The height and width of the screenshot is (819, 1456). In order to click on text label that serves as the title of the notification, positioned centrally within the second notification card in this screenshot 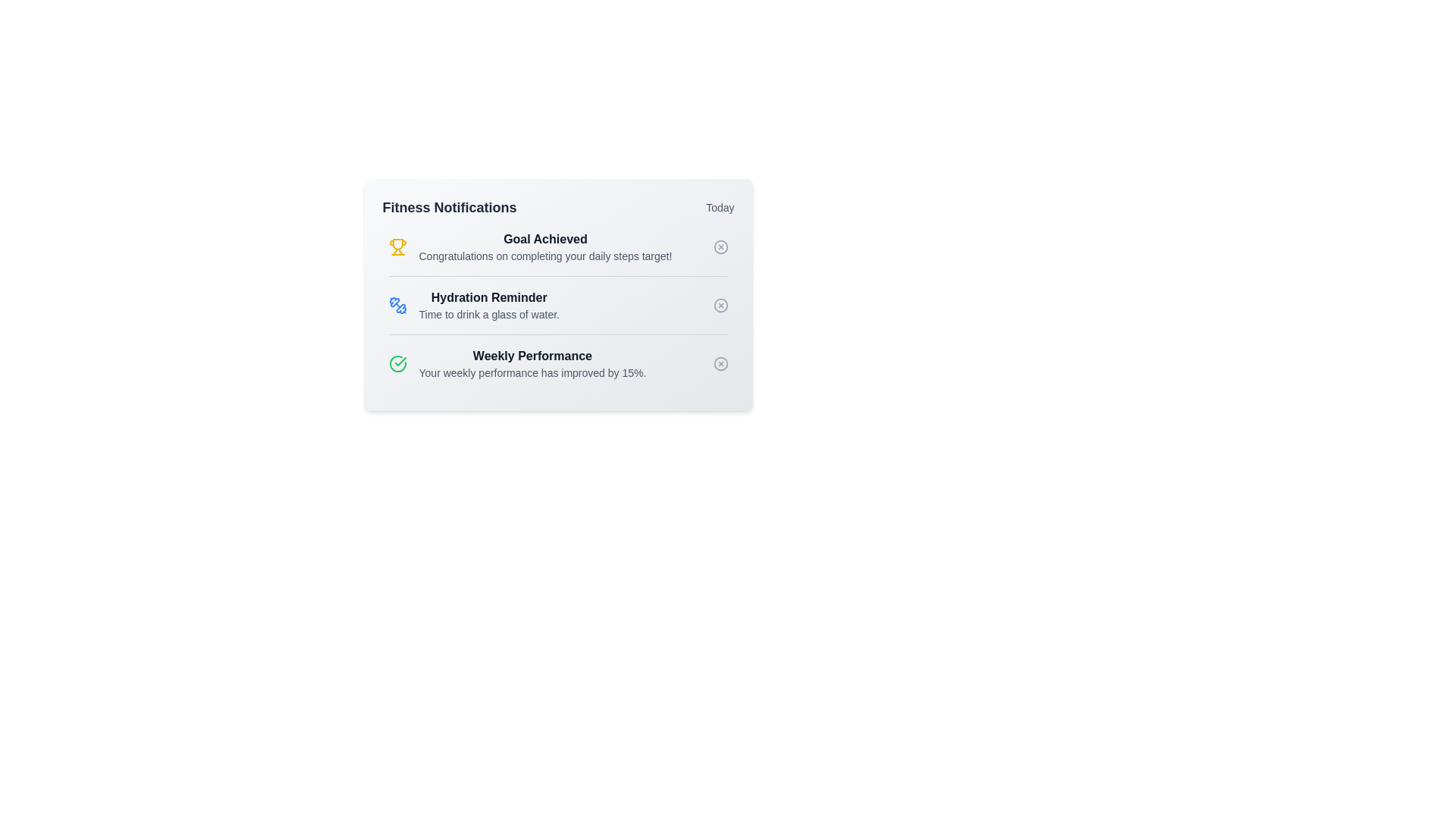, I will do `click(489, 298)`.